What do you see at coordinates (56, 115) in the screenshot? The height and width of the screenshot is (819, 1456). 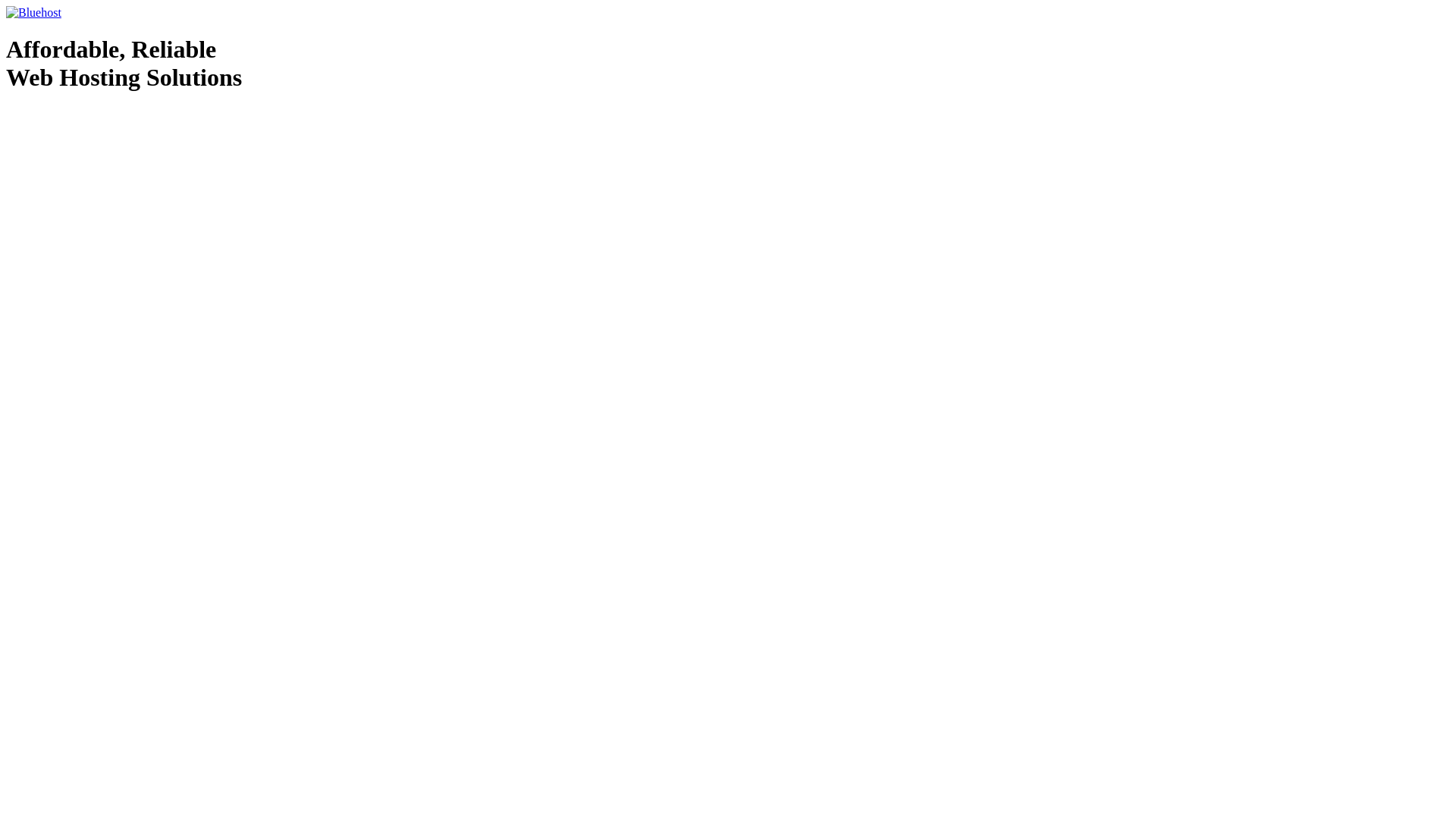 I see `'Web Hosting - courtesy of'` at bounding box center [56, 115].